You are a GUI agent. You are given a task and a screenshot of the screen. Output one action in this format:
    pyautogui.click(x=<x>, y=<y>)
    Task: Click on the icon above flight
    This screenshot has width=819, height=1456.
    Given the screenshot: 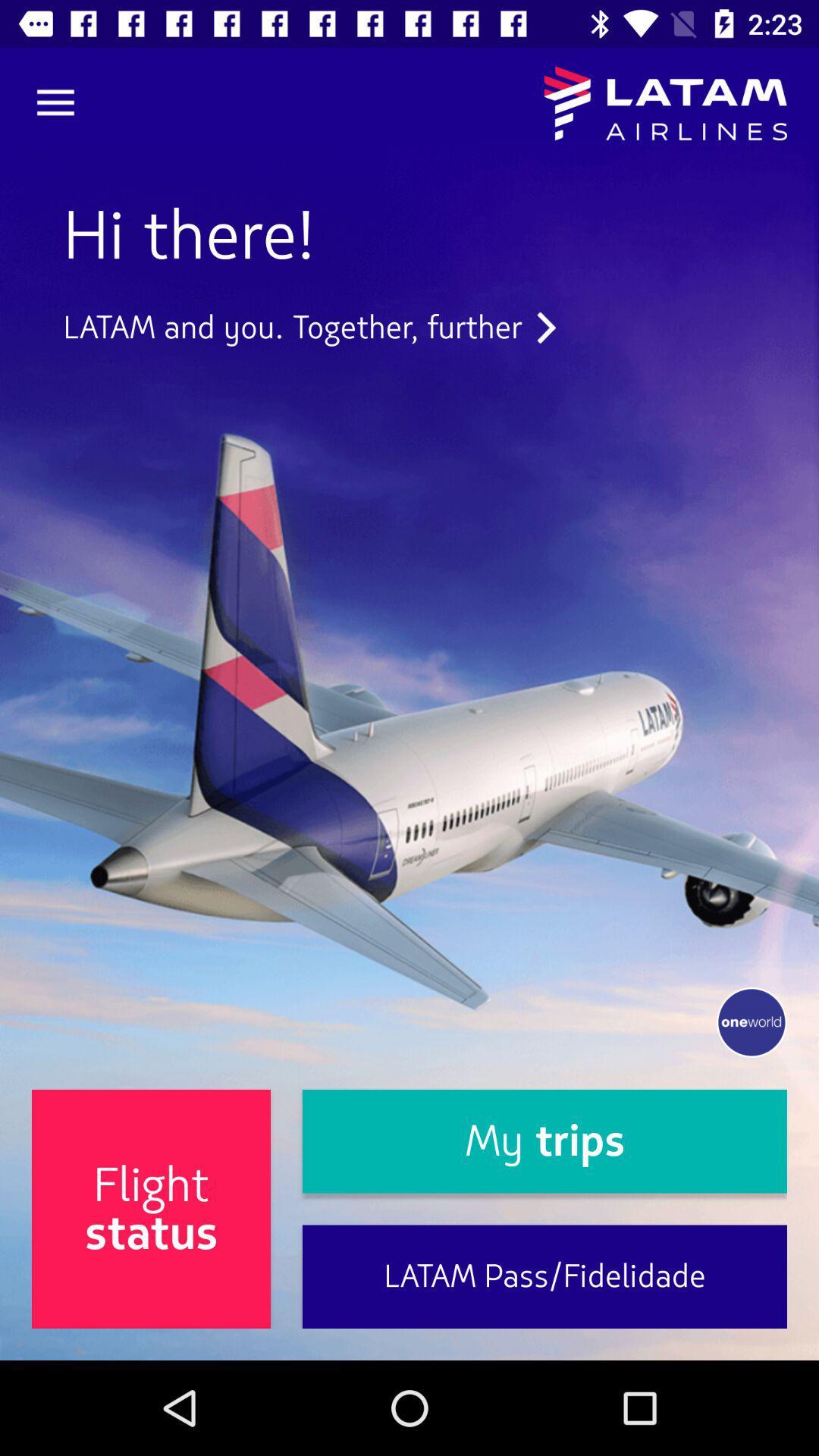 What is the action you would take?
    pyautogui.click(x=309, y=327)
    